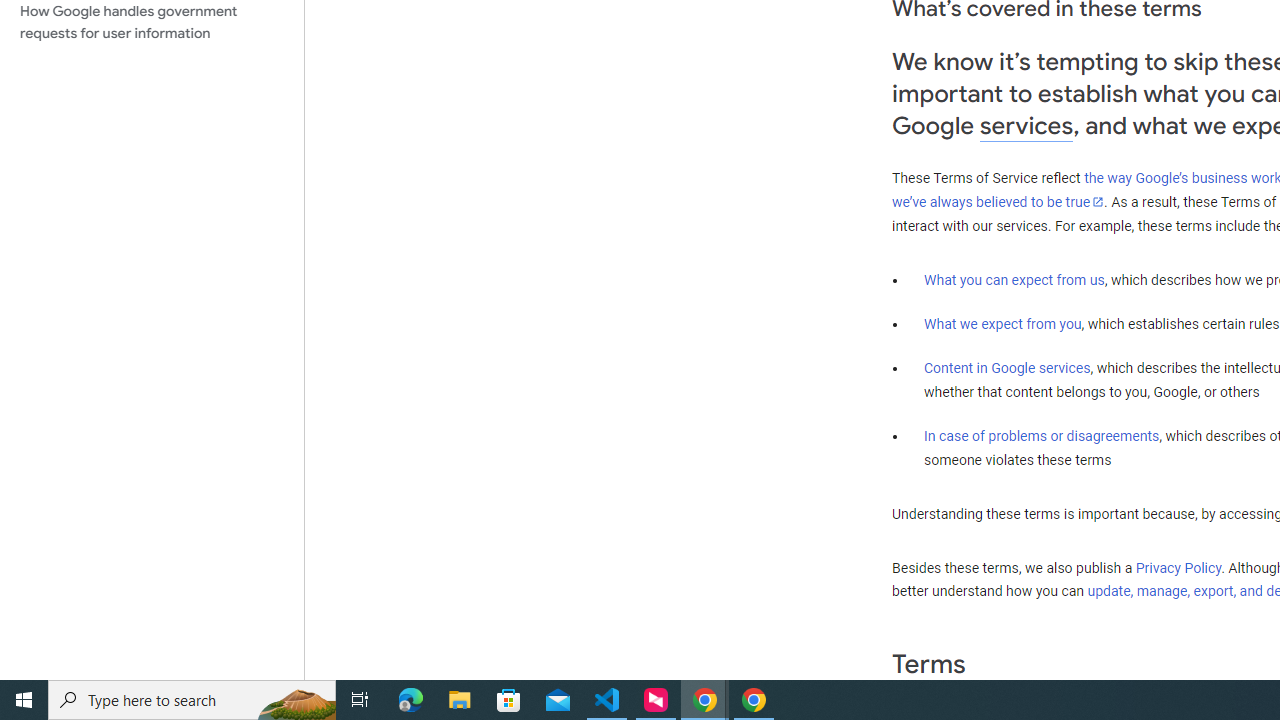 This screenshot has width=1280, height=720. I want to click on 'In case of problems or disagreements', so click(1040, 434).